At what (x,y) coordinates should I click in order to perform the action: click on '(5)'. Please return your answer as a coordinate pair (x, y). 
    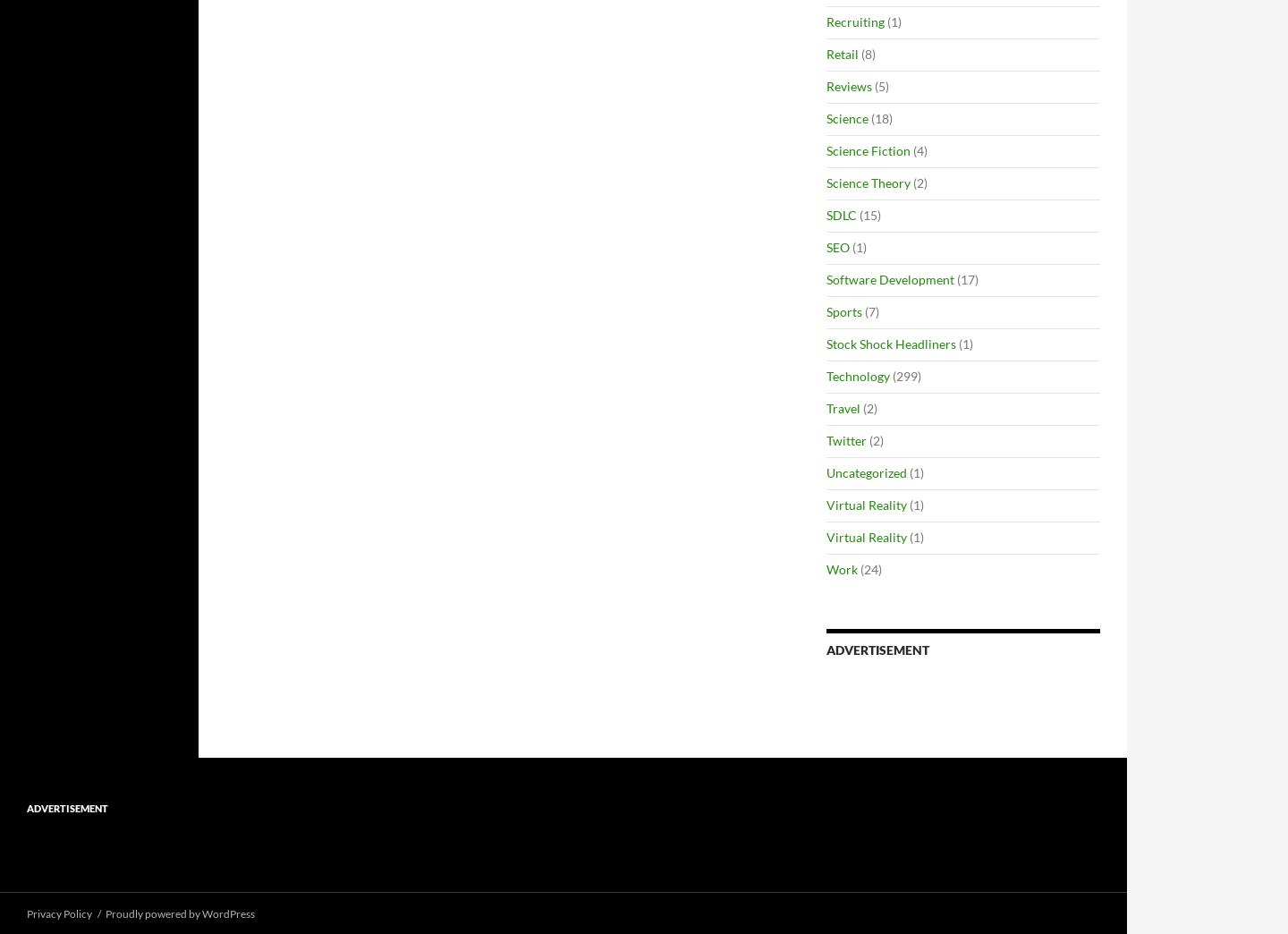
    Looking at the image, I should click on (879, 86).